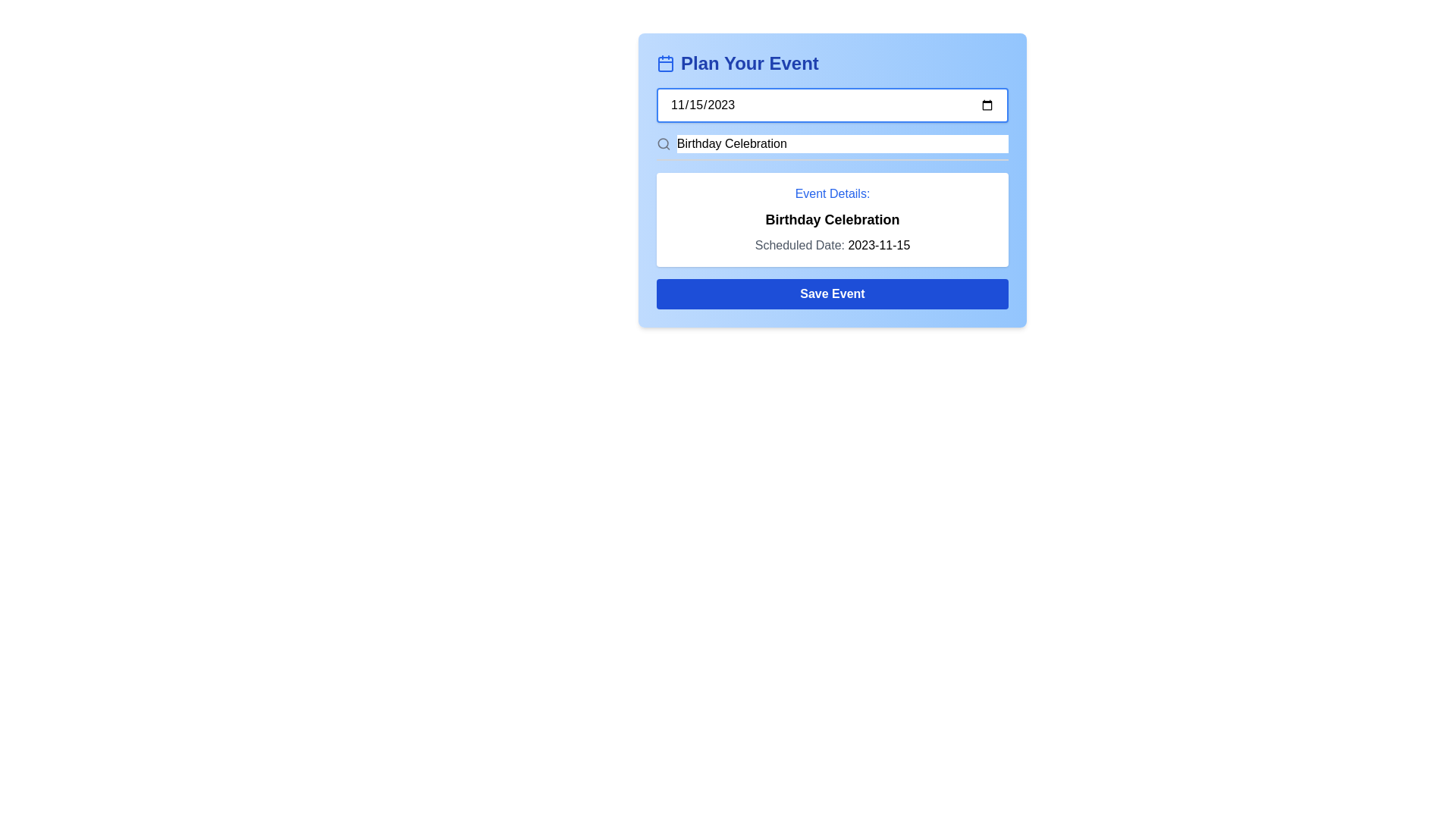 Image resolution: width=1456 pixels, height=819 pixels. Describe the element at coordinates (749, 63) in the screenshot. I see `the static text header displaying 'Plan Your Event', which is positioned at the top of the card interface, to the far-right of the calendar icon` at that location.